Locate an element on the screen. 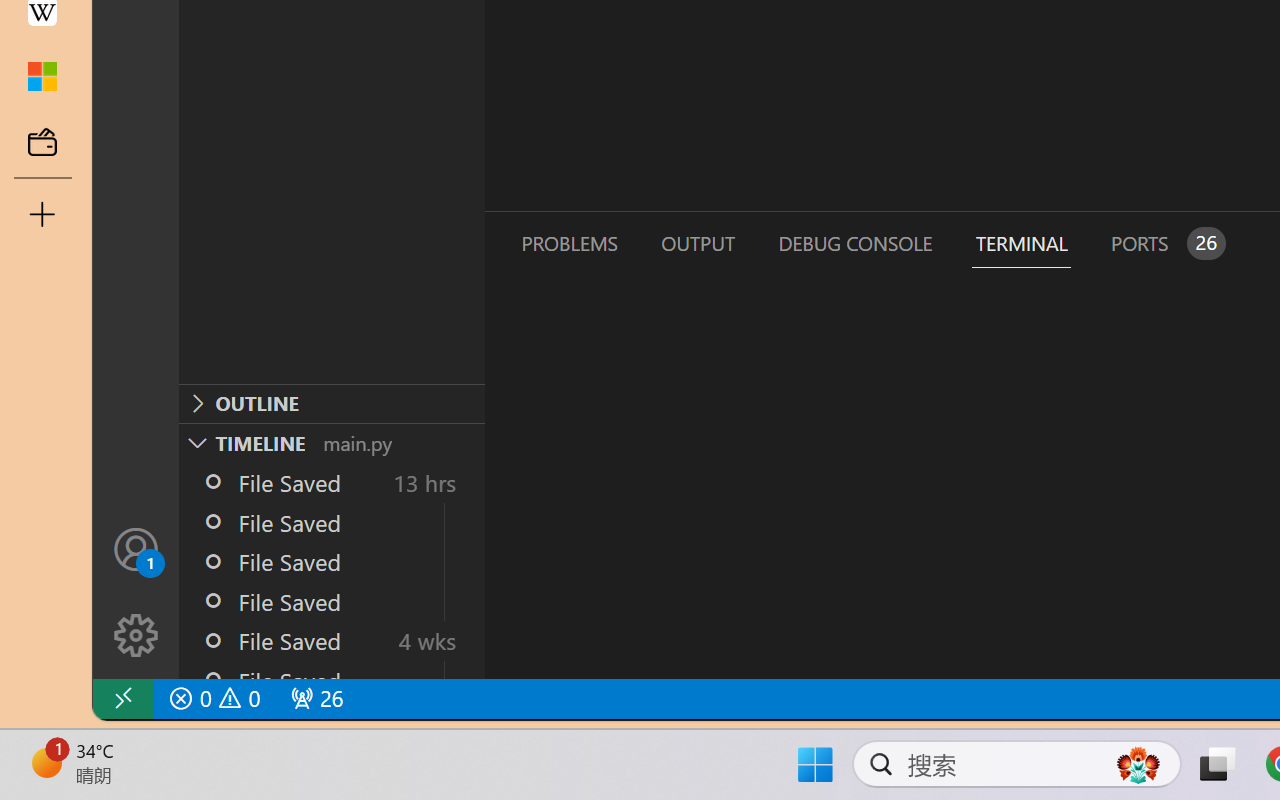  'Manage' is located at coordinates (134, 634).